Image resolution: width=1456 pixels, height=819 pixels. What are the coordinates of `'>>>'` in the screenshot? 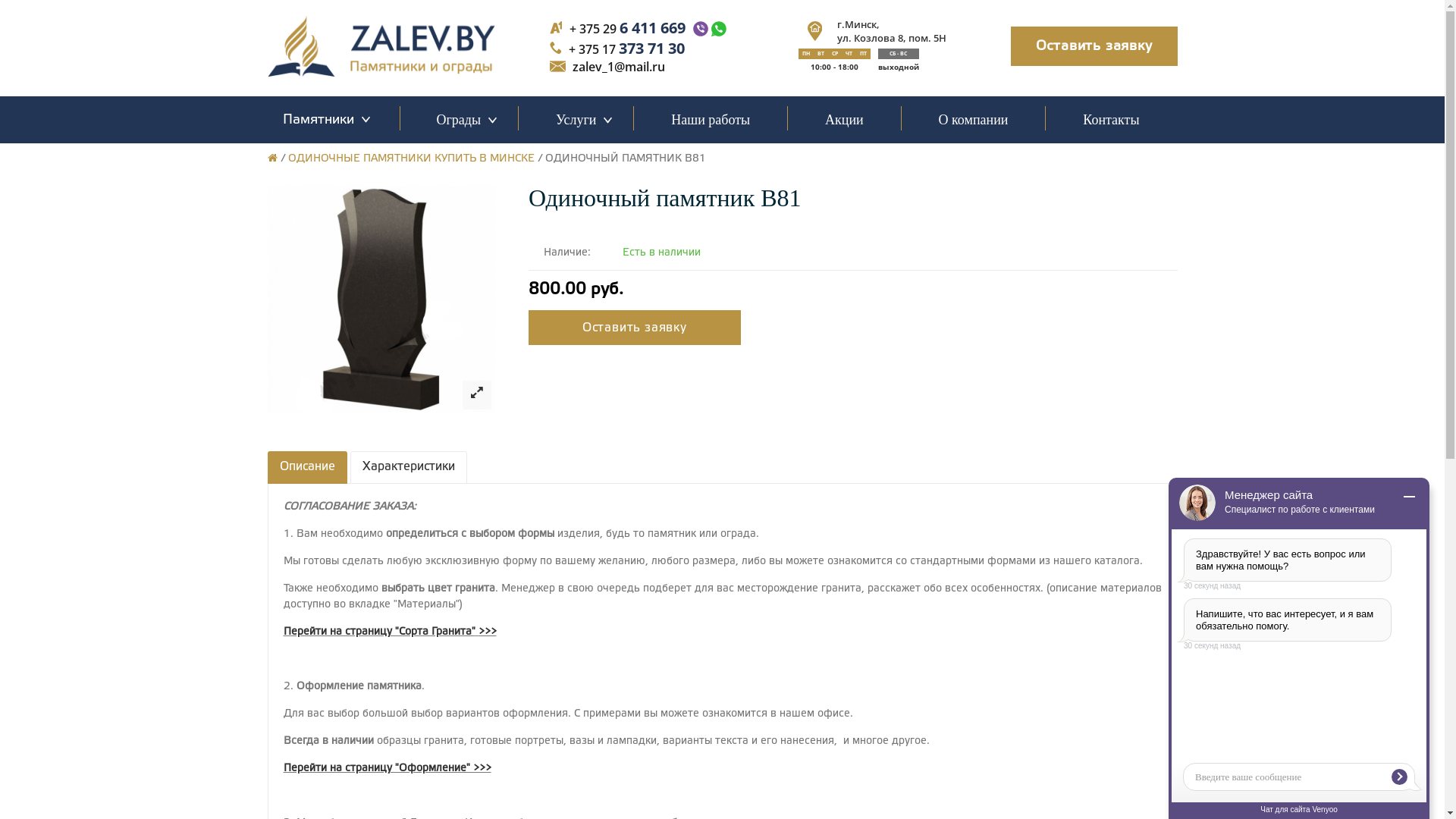 It's located at (487, 632).